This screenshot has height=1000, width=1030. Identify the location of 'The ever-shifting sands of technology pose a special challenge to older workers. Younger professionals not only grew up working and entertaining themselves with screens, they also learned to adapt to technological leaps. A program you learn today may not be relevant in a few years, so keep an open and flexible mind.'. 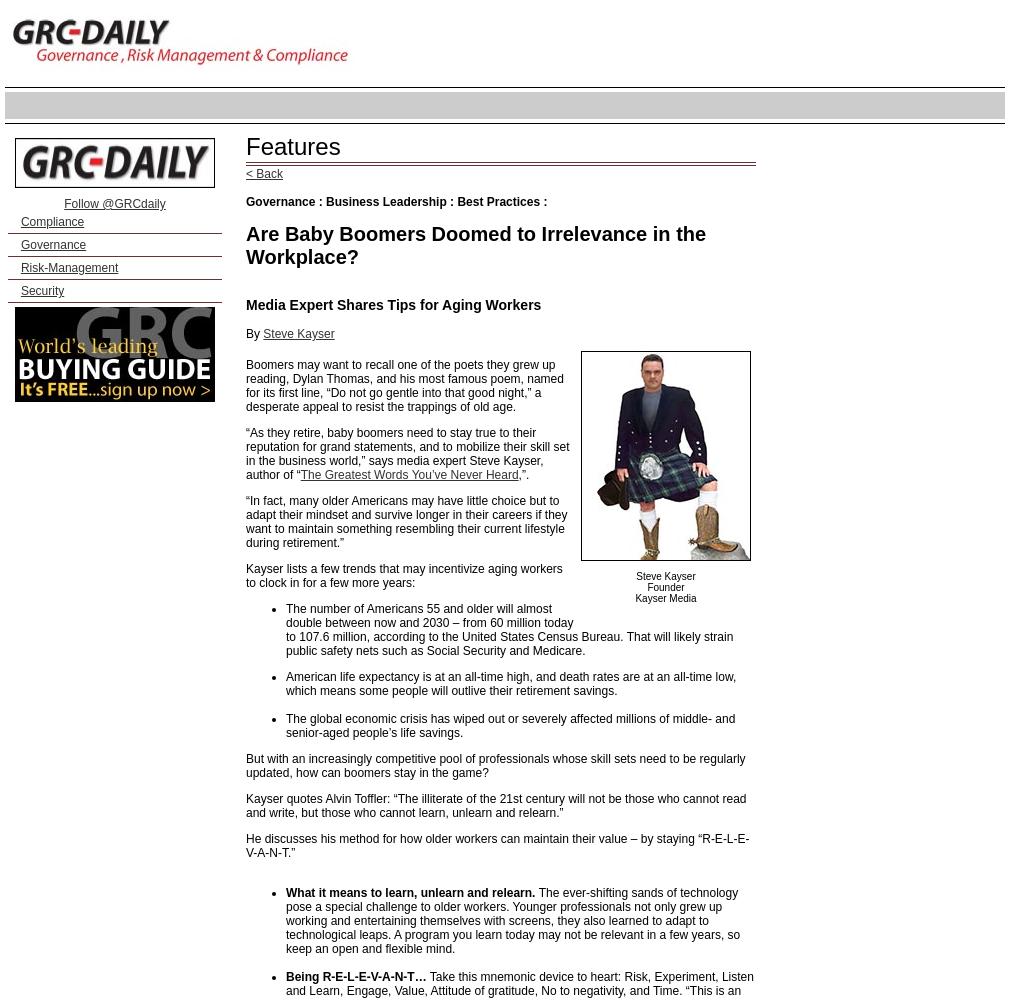
(512, 921).